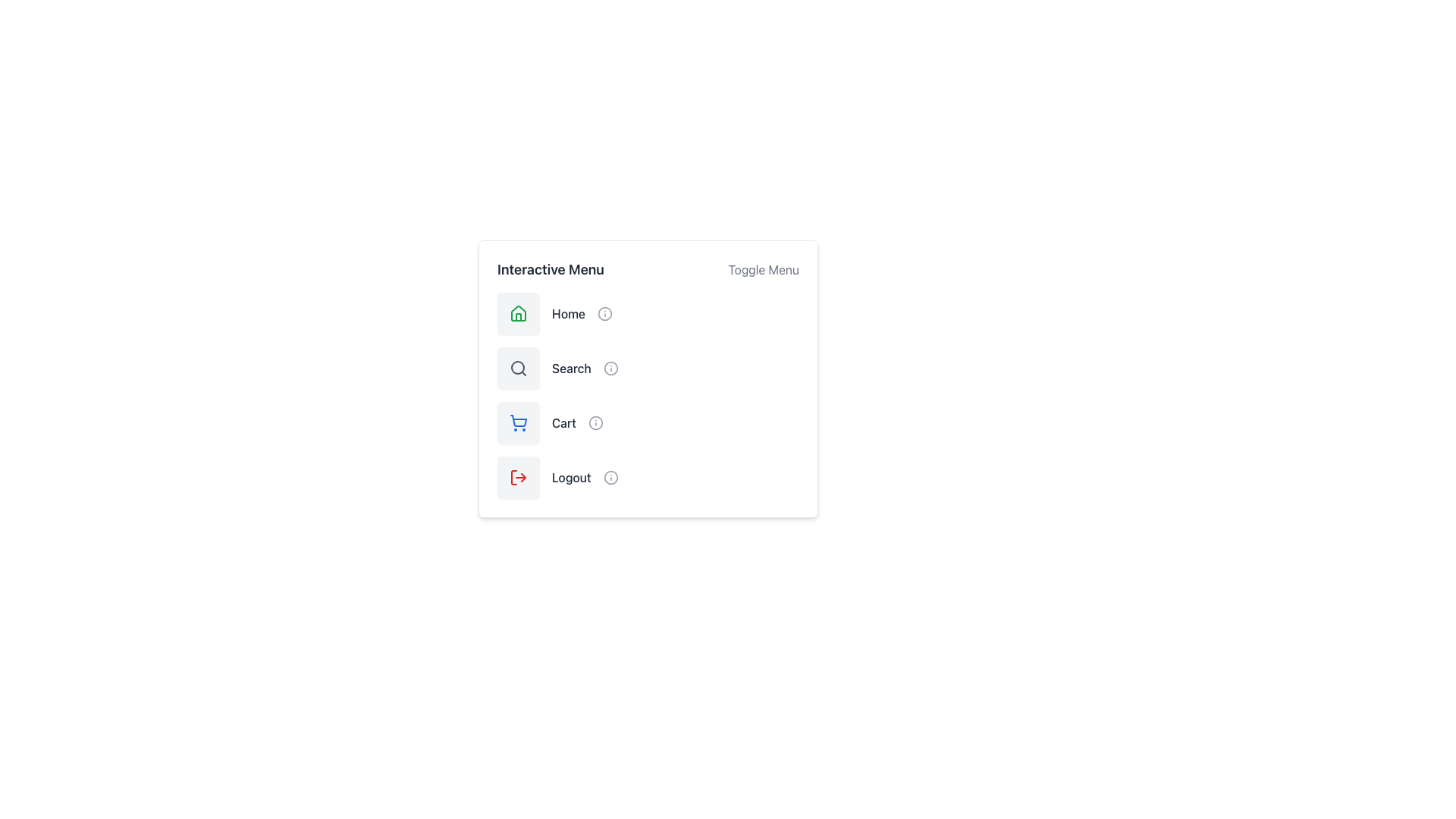 Image resolution: width=1456 pixels, height=819 pixels. Describe the element at coordinates (519, 423) in the screenshot. I see `the shopping cart icon with a blue outline and white interior, located in the 'Interactive Menu' card, positioned below 'Home' and 'Search' options` at that location.